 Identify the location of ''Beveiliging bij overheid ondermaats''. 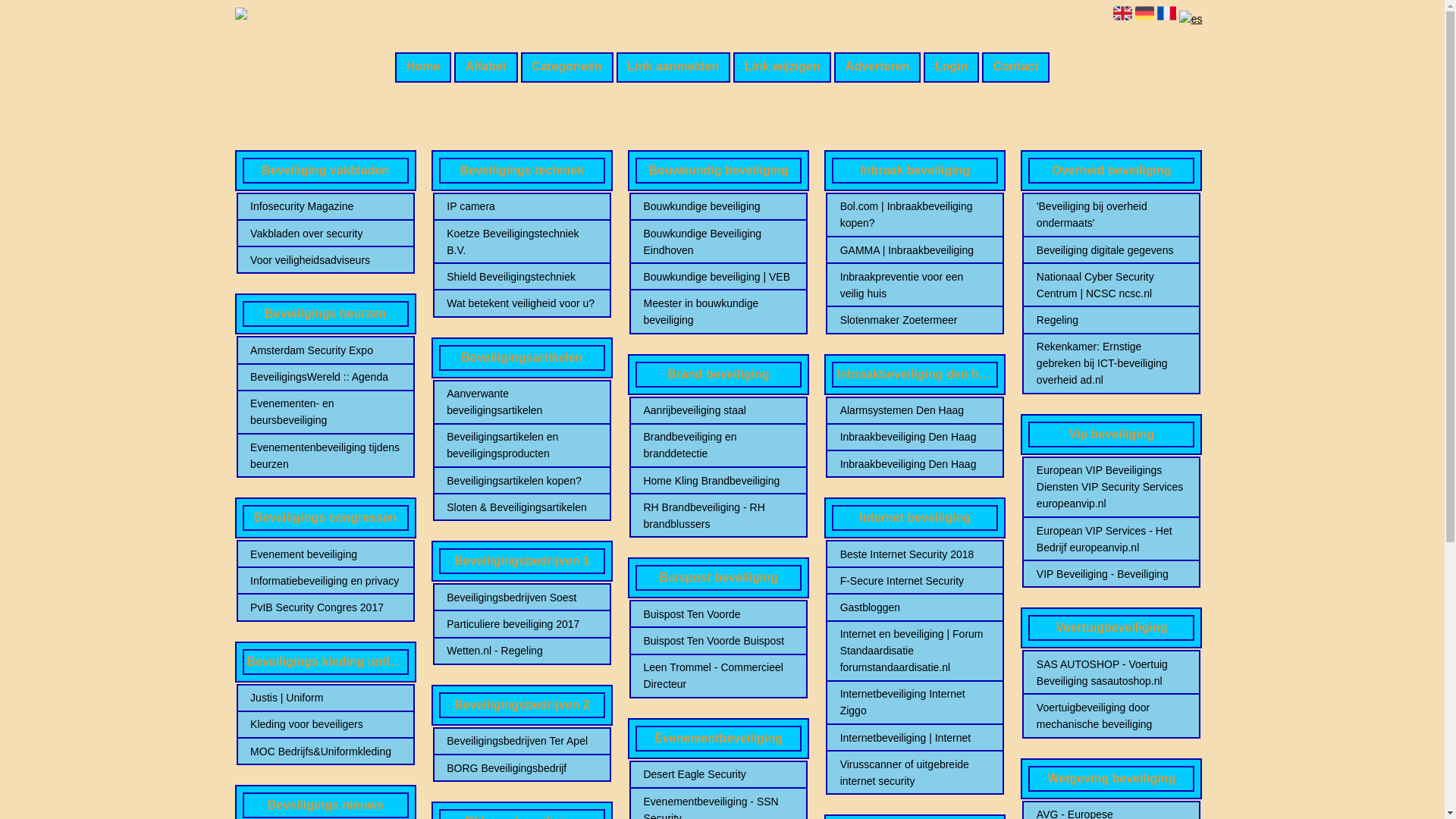
(1111, 214).